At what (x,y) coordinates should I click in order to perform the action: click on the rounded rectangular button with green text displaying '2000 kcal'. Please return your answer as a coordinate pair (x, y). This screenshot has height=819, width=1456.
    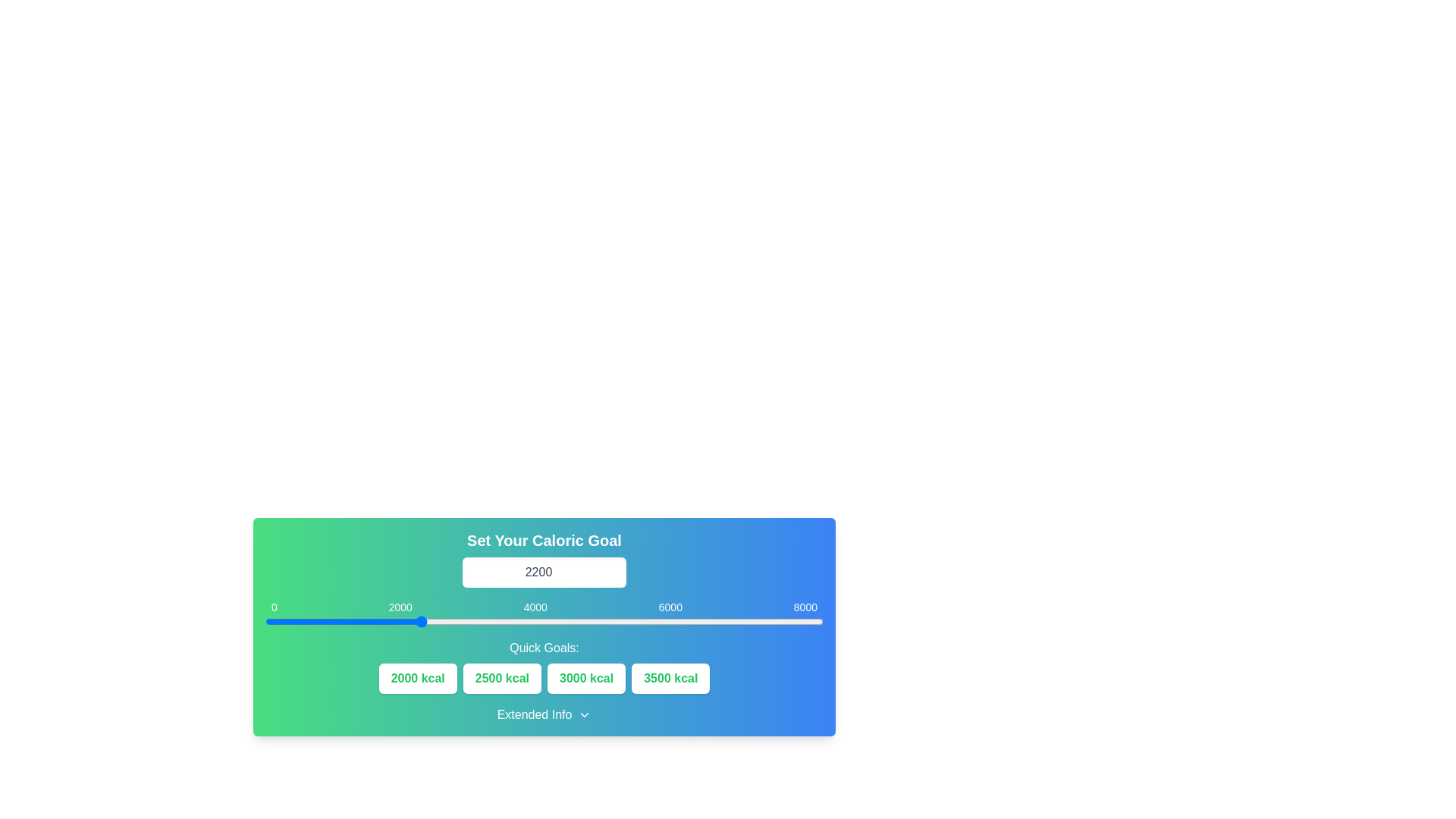
    Looking at the image, I should click on (418, 677).